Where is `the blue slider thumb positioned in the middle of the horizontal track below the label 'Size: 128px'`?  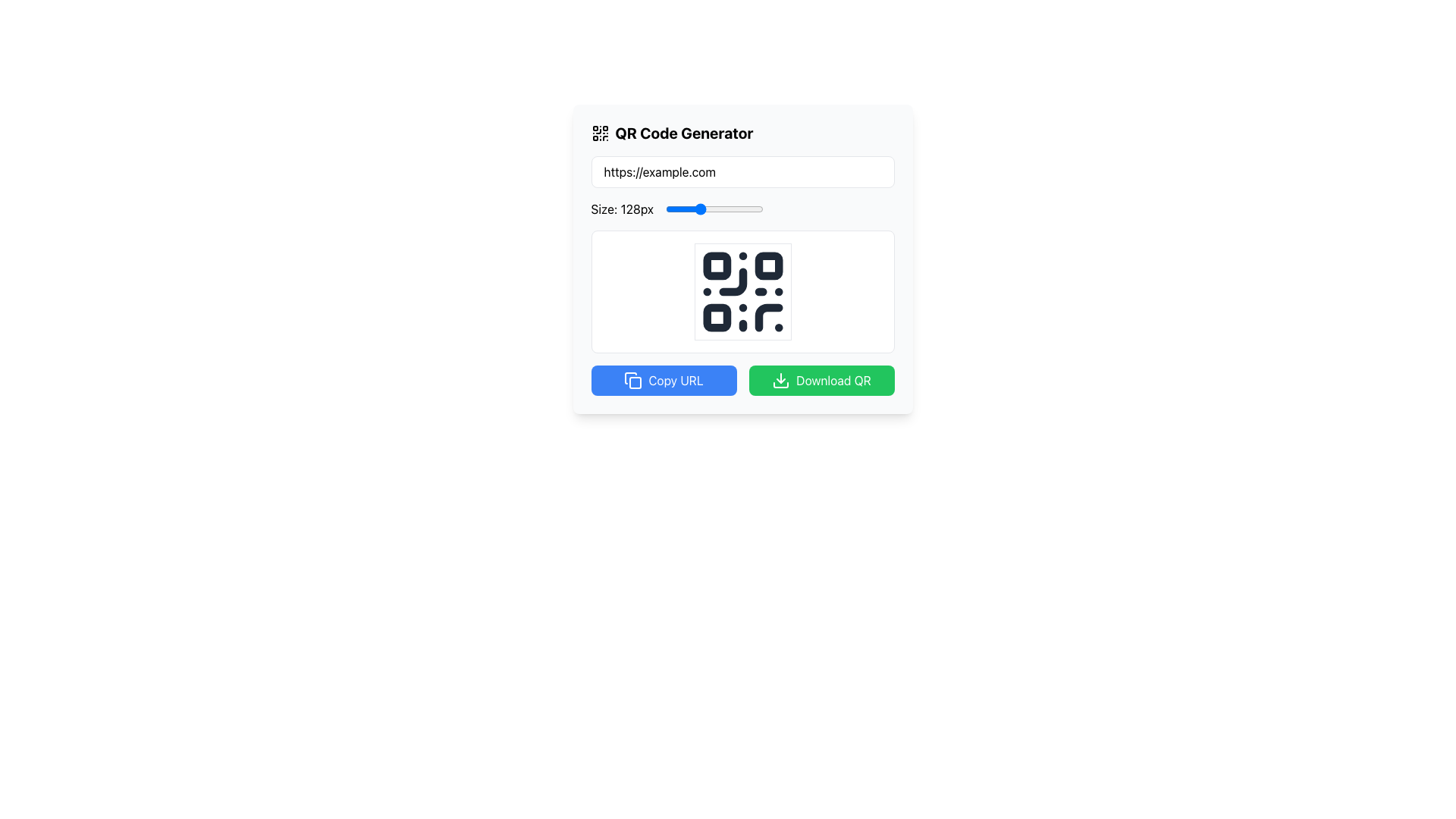 the blue slider thumb positioned in the middle of the horizontal track below the label 'Size: 128px' is located at coordinates (714, 209).